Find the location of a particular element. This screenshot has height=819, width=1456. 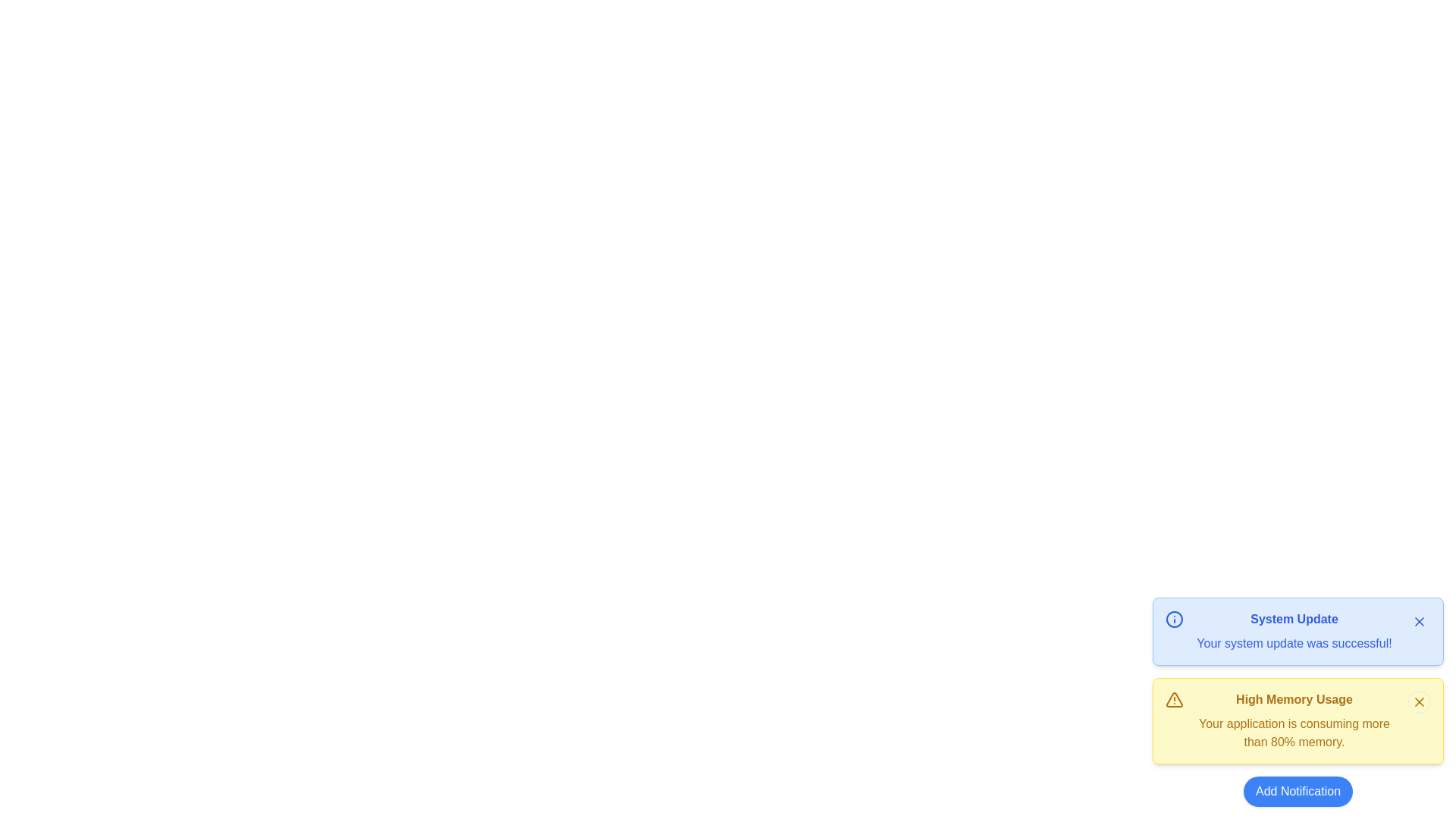

the text block that displays 'High Memory Usage' with additional information about memory consumption to potentially display a tooltip is located at coordinates (1294, 720).